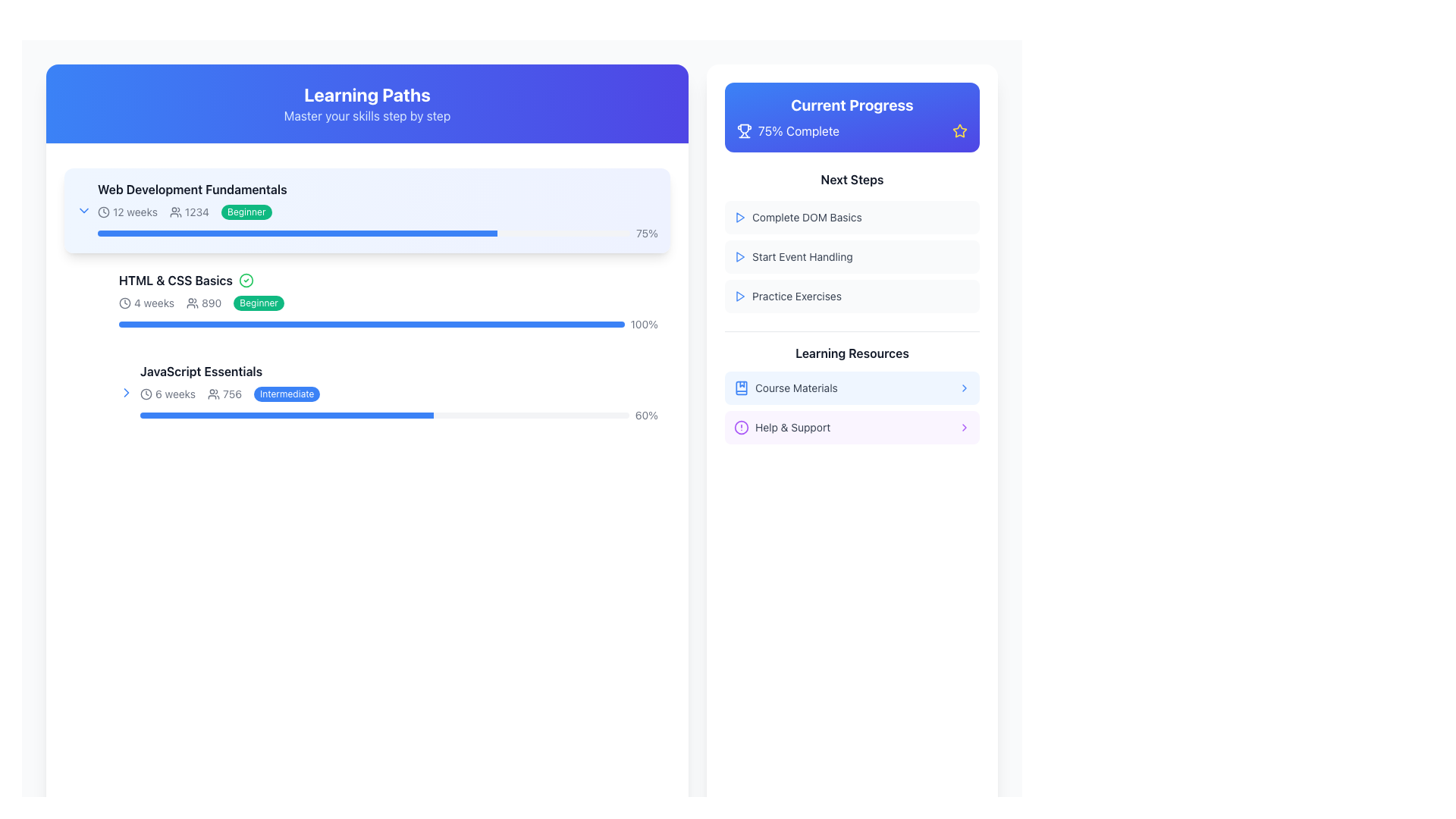 Image resolution: width=1456 pixels, height=819 pixels. Describe the element at coordinates (745, 130) in the screenshot. I see `the trophy icon located to the left of the '75% Complete' text in the 'Current Progress' panel` at that location.